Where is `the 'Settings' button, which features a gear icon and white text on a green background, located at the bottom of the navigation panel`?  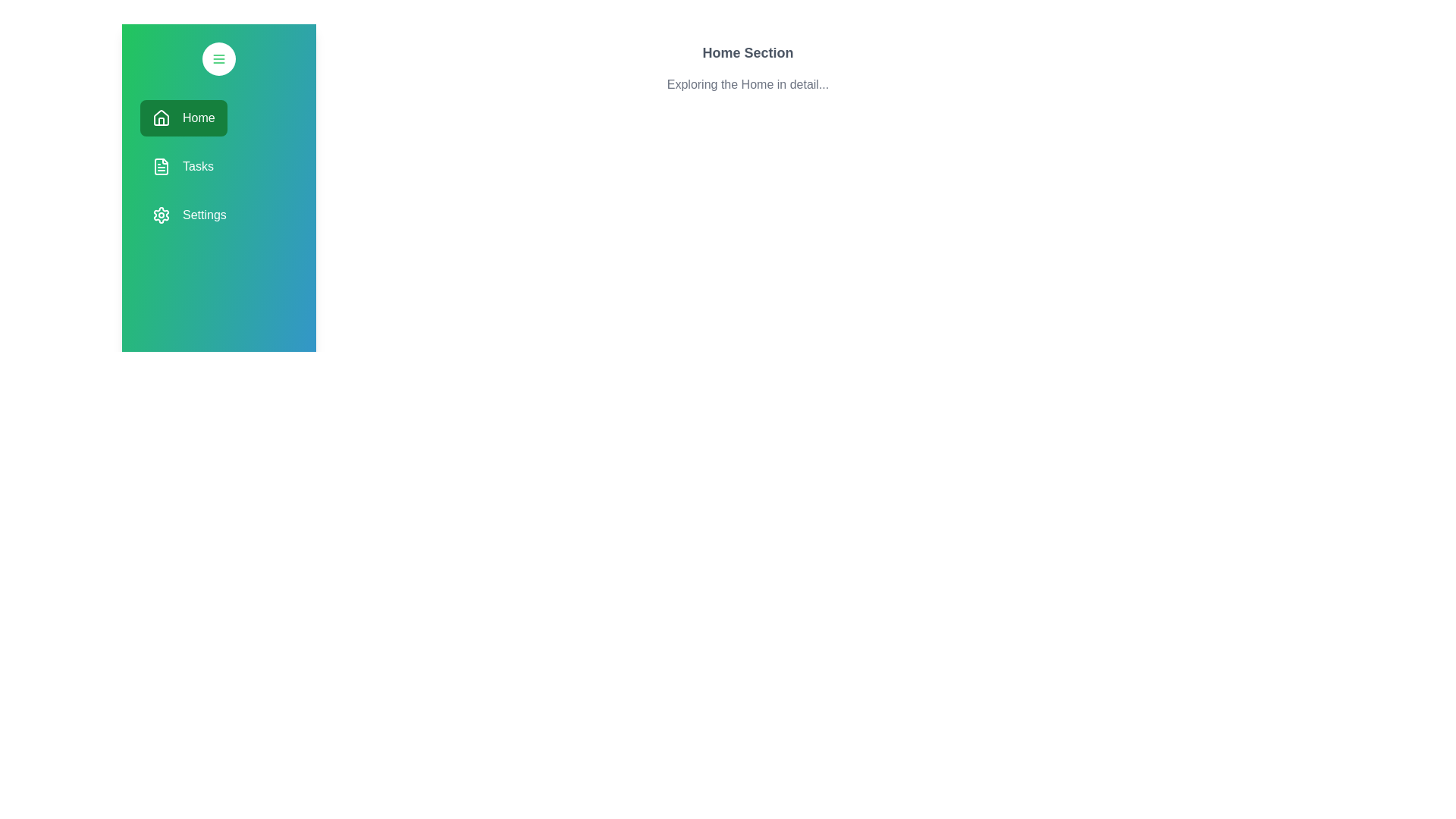 the 'Settings' button, which features a gear icon and white text on a green background, located at the bottom of the navigation panel is located at coordinates (188, 215).